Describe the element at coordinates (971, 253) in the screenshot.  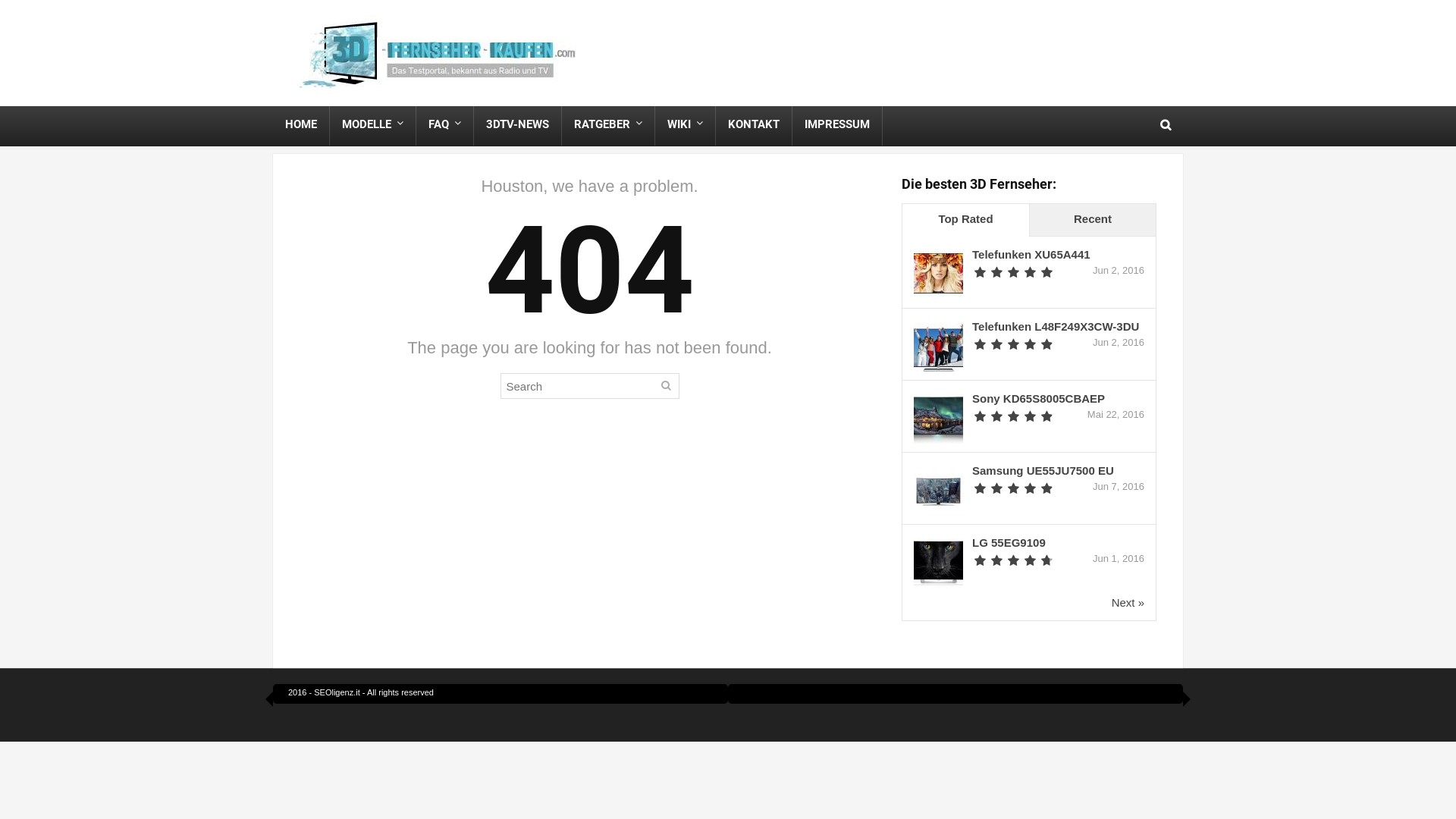
I see `'Telefunken XU65A441'` at that location.